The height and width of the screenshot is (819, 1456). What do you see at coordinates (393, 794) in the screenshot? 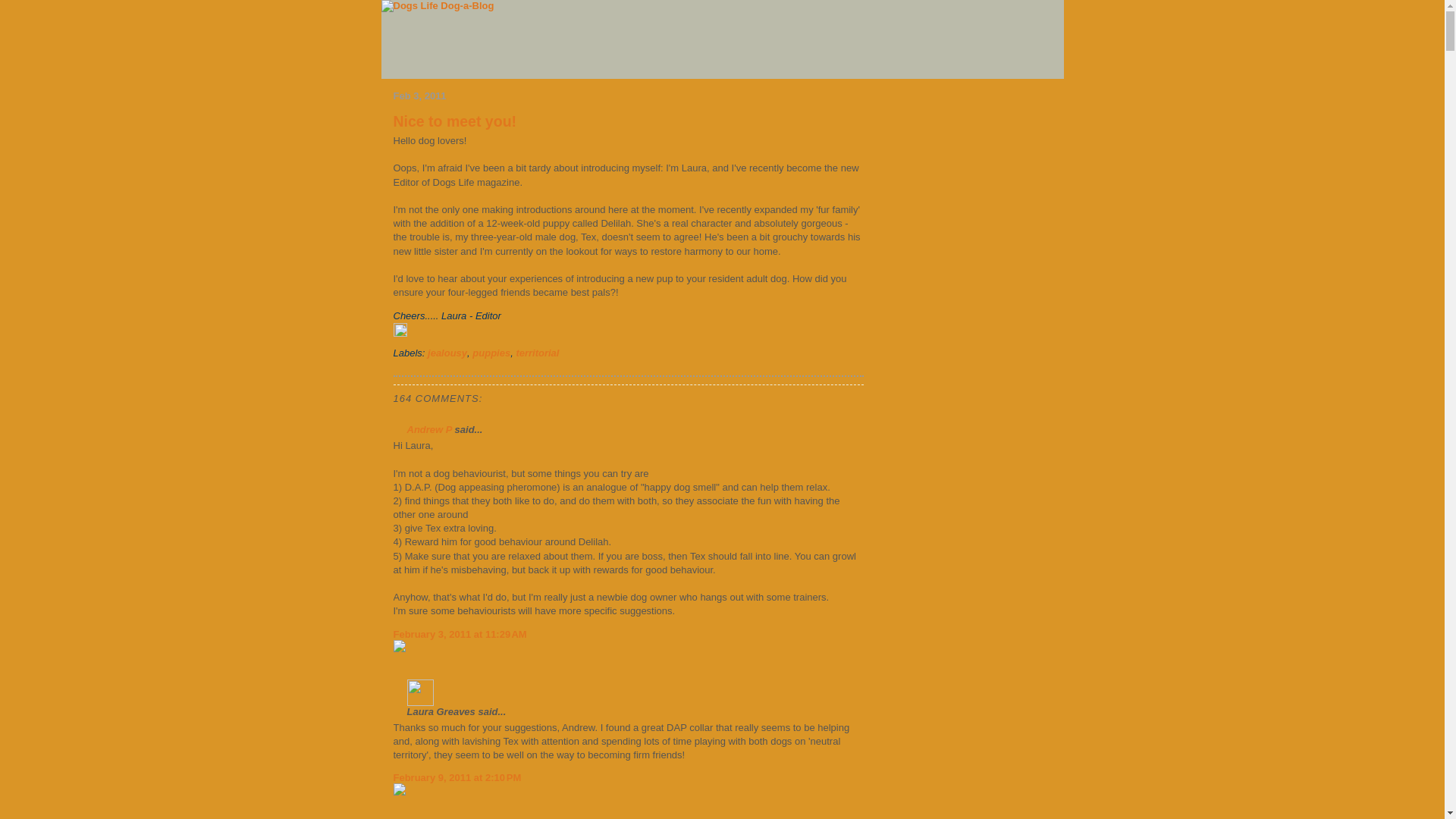
I see `'Delete Comment'` at bounding box center [393, 794].